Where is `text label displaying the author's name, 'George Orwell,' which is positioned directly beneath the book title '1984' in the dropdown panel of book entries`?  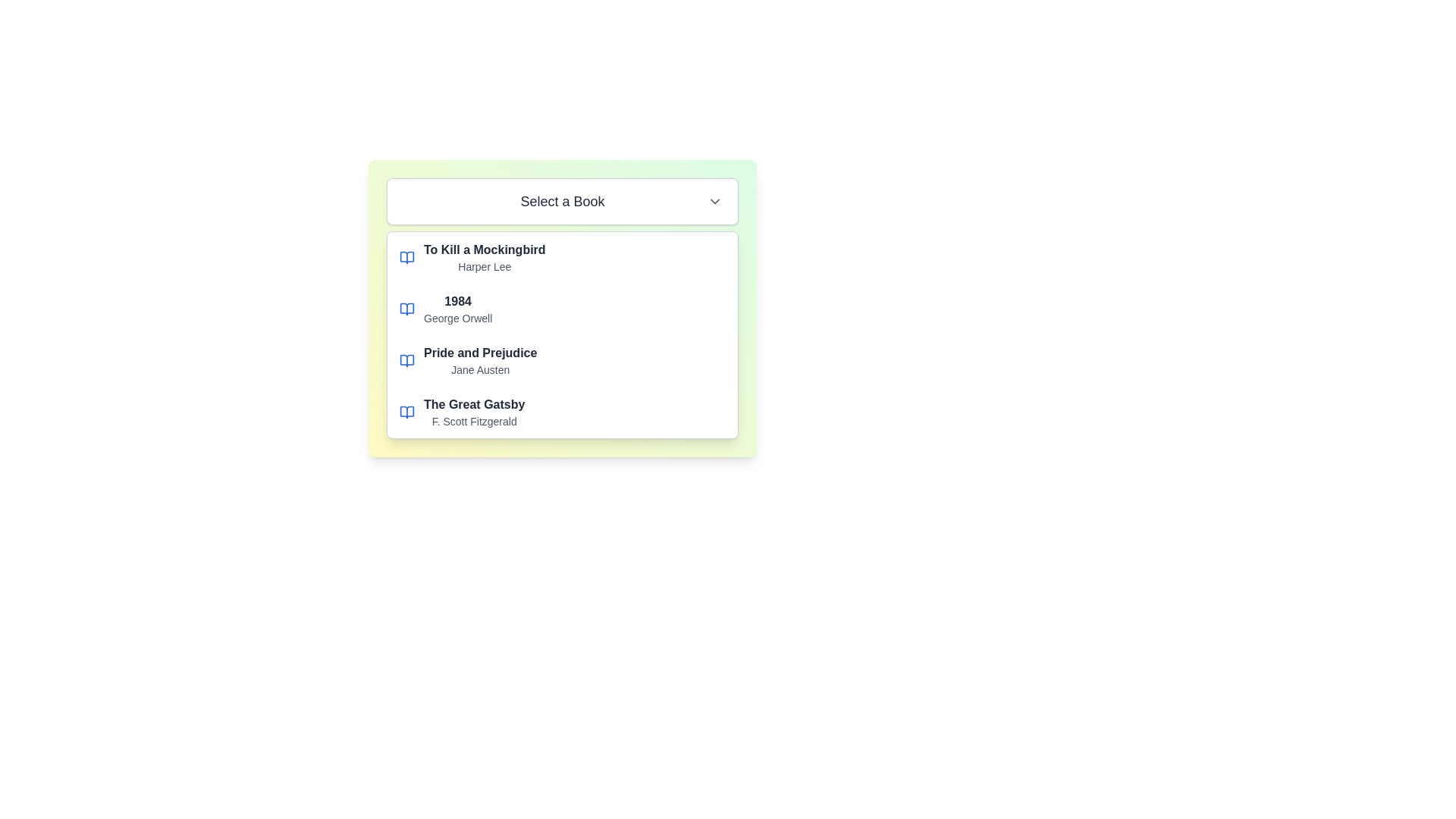 text label displaying the author's name, 'George Orwell,' which is positioned directly beneath the book title '1984' in the dropdown panel of book entries is located at coordinates (457, 318).